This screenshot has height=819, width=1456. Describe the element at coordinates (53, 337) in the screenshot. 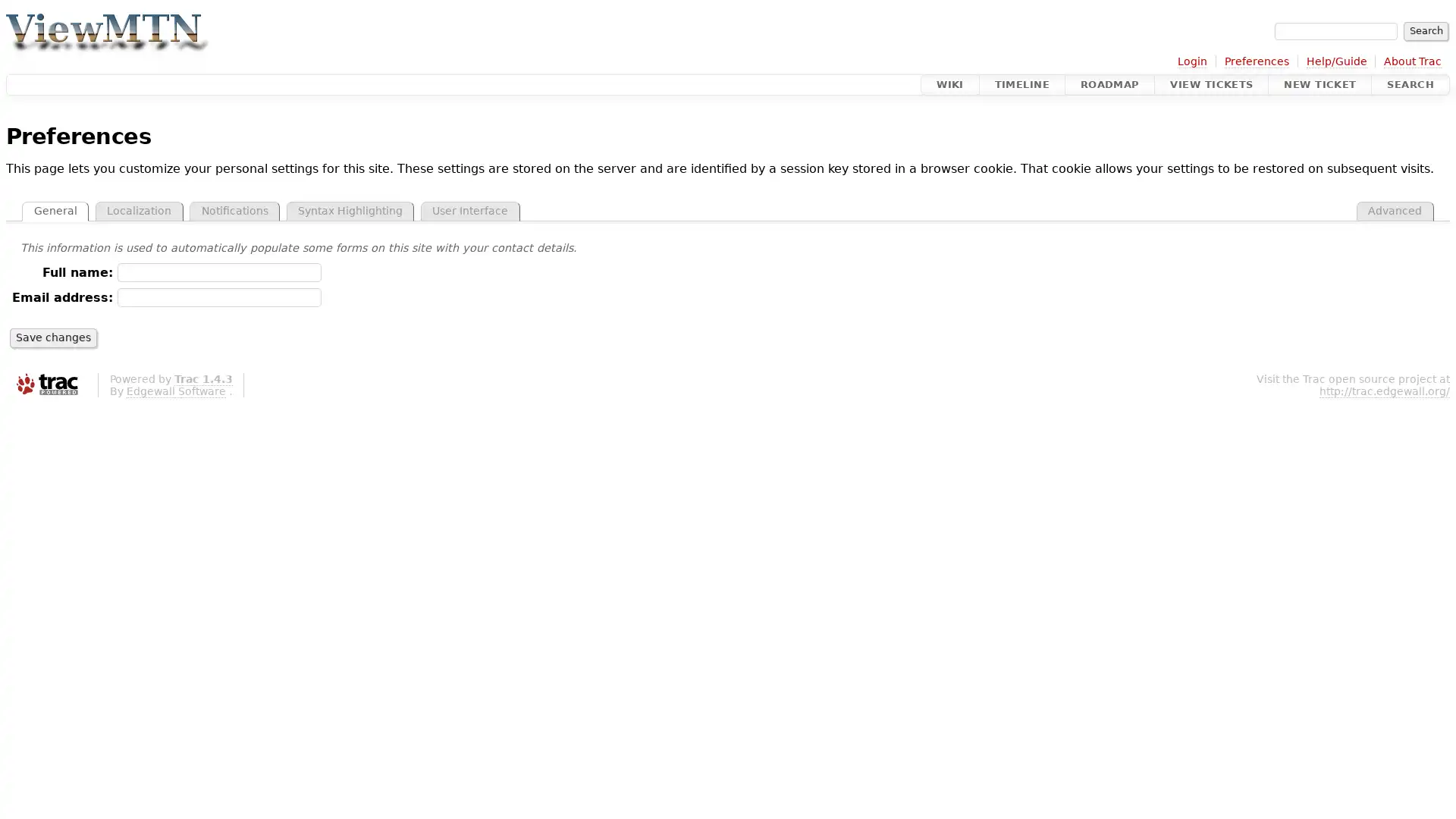

I see `Save changes` at that location.